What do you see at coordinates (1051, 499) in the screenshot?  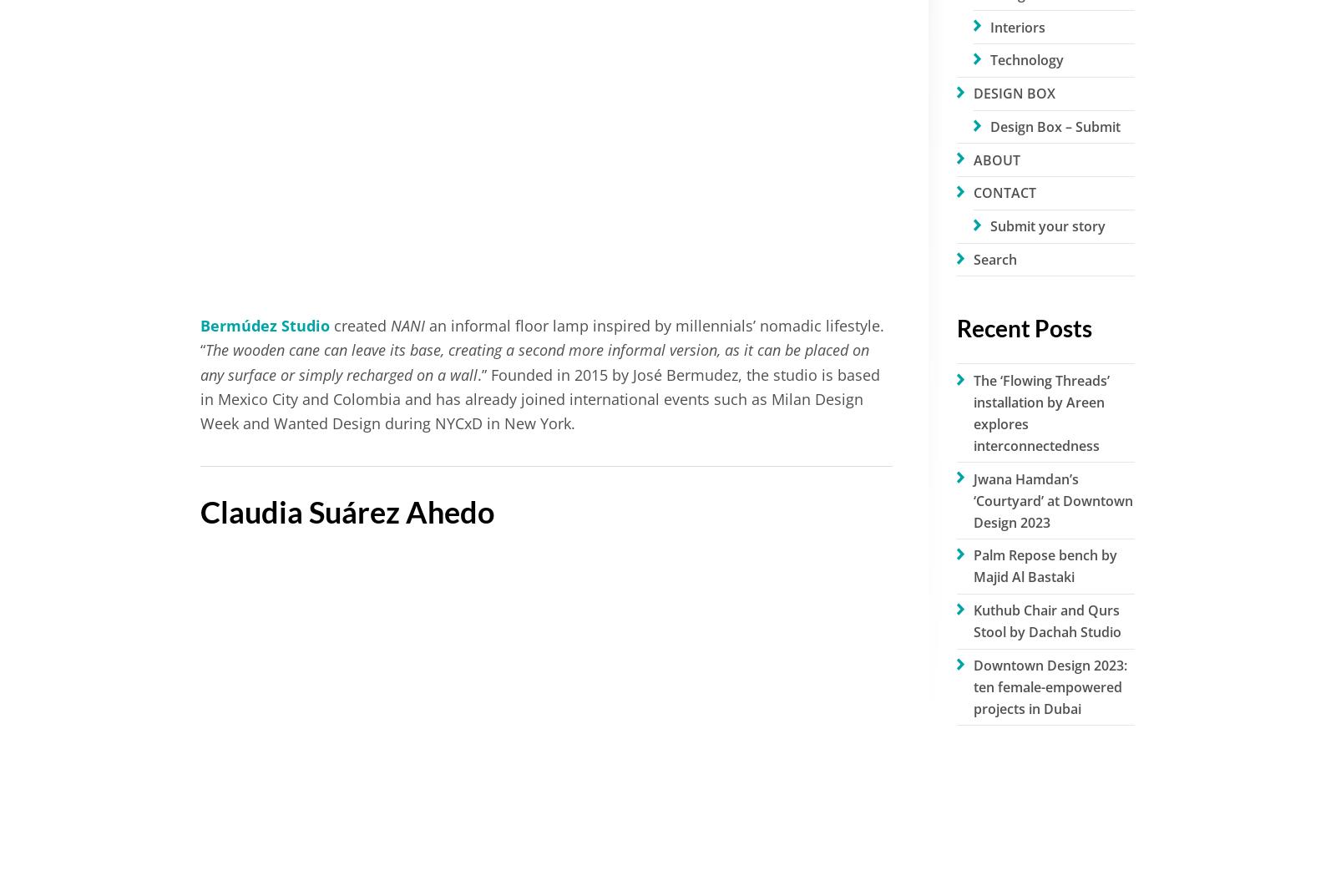 I see `'Jwana Hamdan’s ‘Courtyard’ at Downtown Design 2023'` at bounding box center [1051, 499].